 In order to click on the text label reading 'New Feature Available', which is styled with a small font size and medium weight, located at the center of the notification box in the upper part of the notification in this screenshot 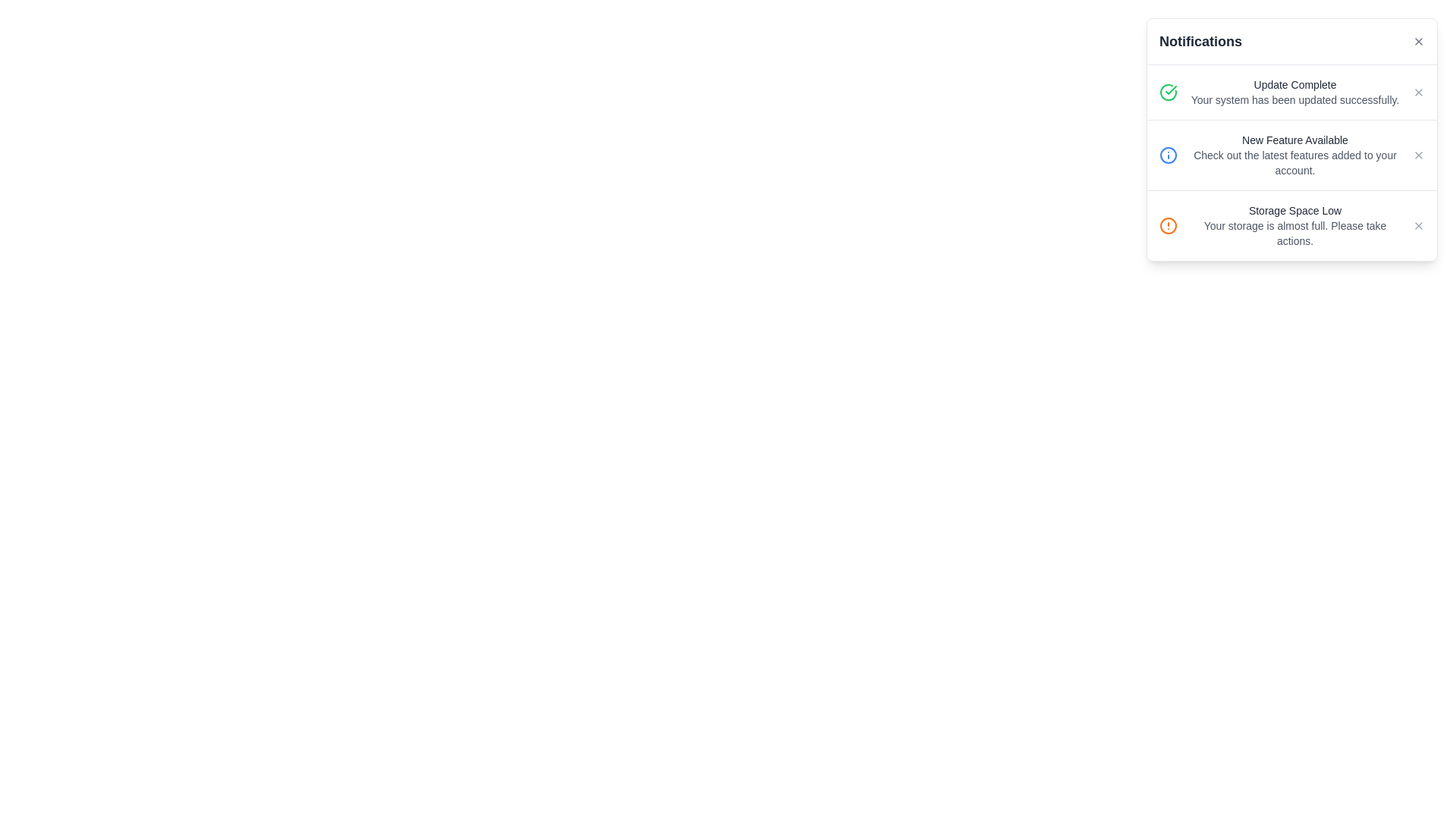, I will do `click(1294, 140)`.